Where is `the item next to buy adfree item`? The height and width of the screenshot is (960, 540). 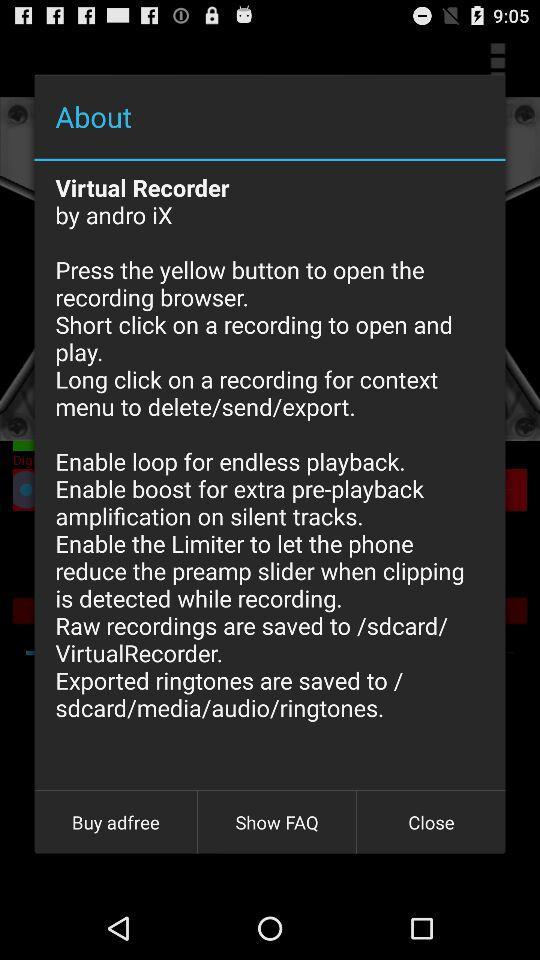 the item next to buy adfree item is located at coordinates (276, 822).